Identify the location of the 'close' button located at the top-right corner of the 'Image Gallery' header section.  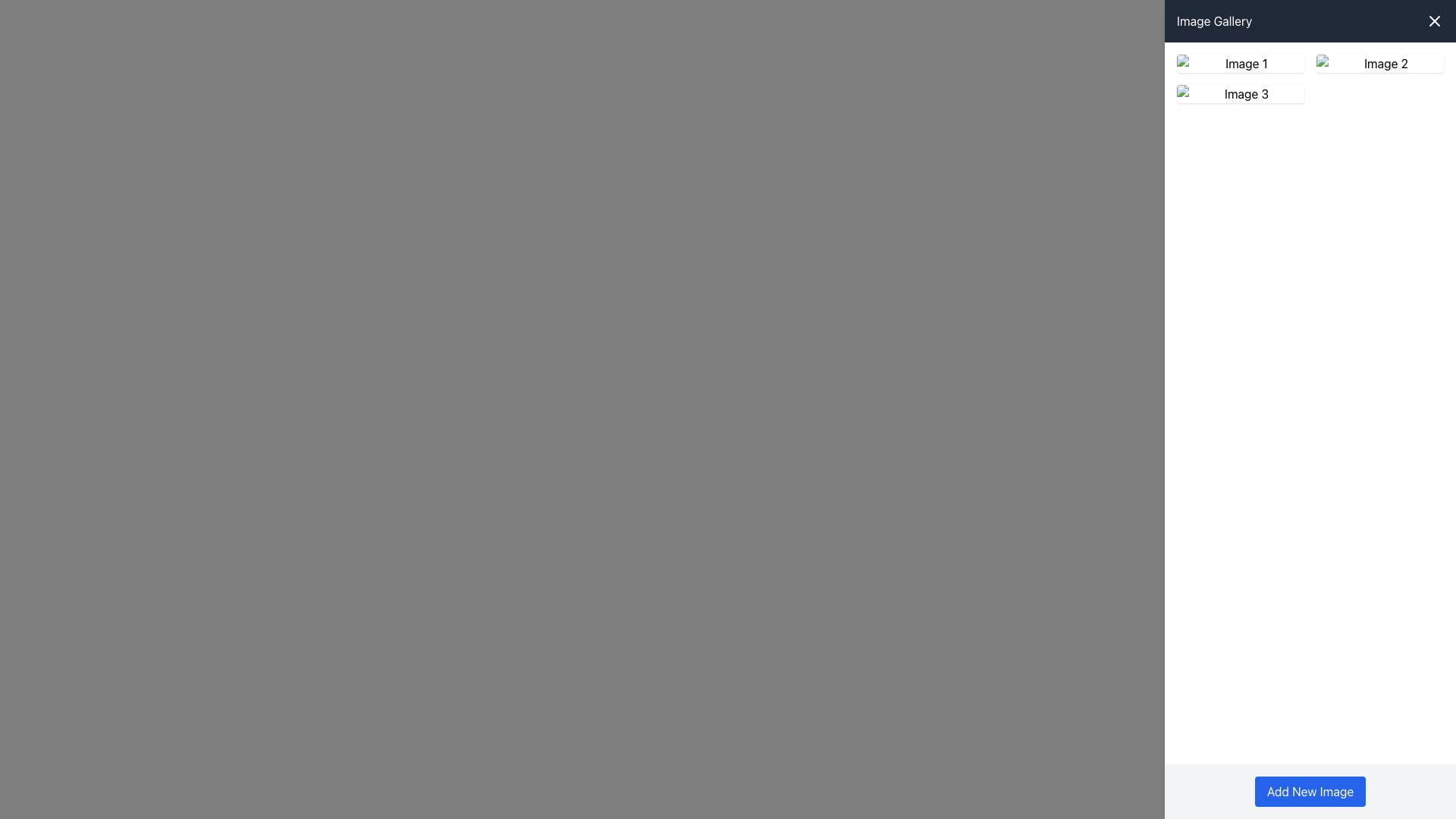
(1433, 20).